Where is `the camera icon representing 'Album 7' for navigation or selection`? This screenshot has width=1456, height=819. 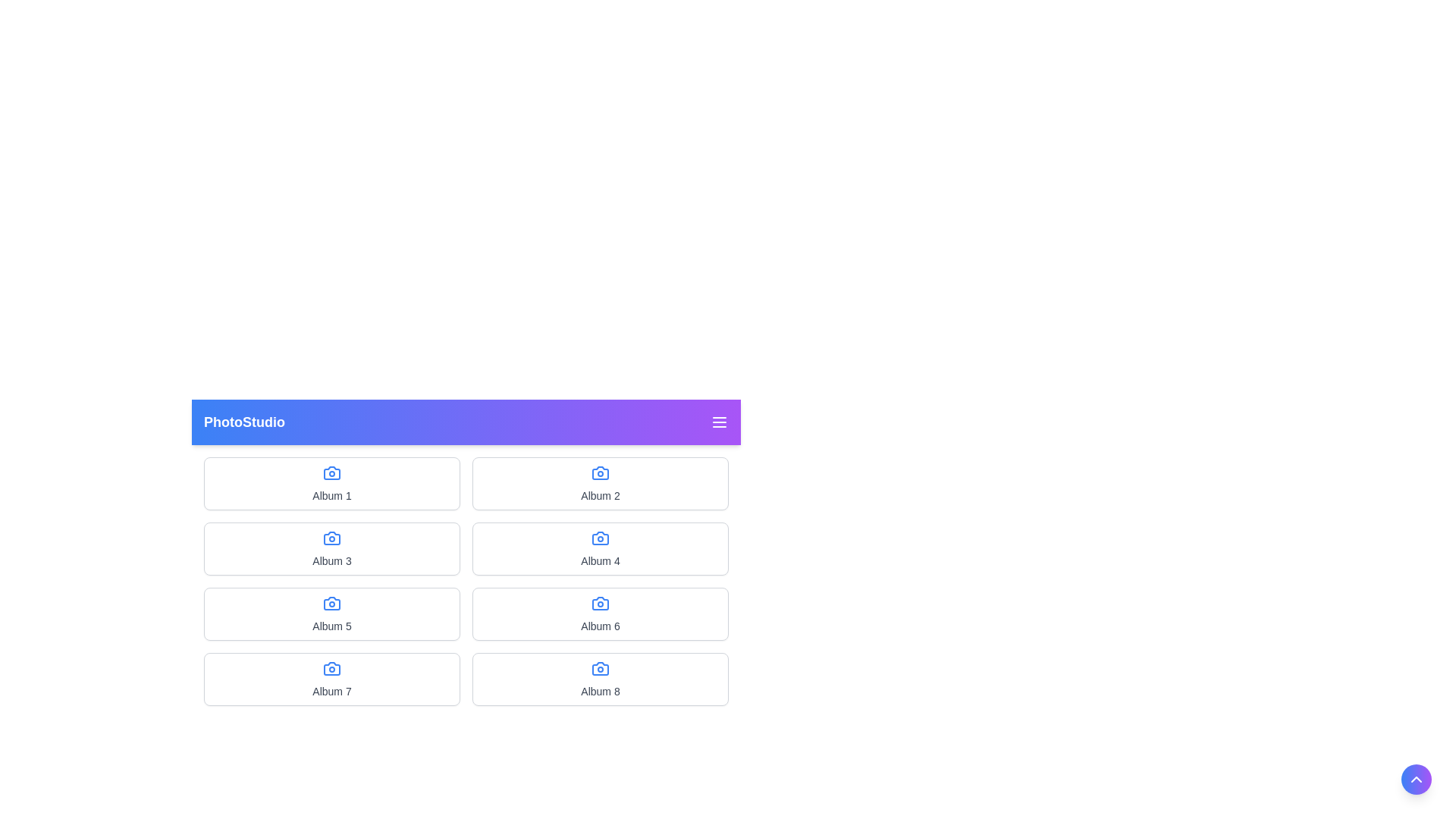
the camera icon representing 'Album 7' for navigation or selection is located at coordinates (331, 668).